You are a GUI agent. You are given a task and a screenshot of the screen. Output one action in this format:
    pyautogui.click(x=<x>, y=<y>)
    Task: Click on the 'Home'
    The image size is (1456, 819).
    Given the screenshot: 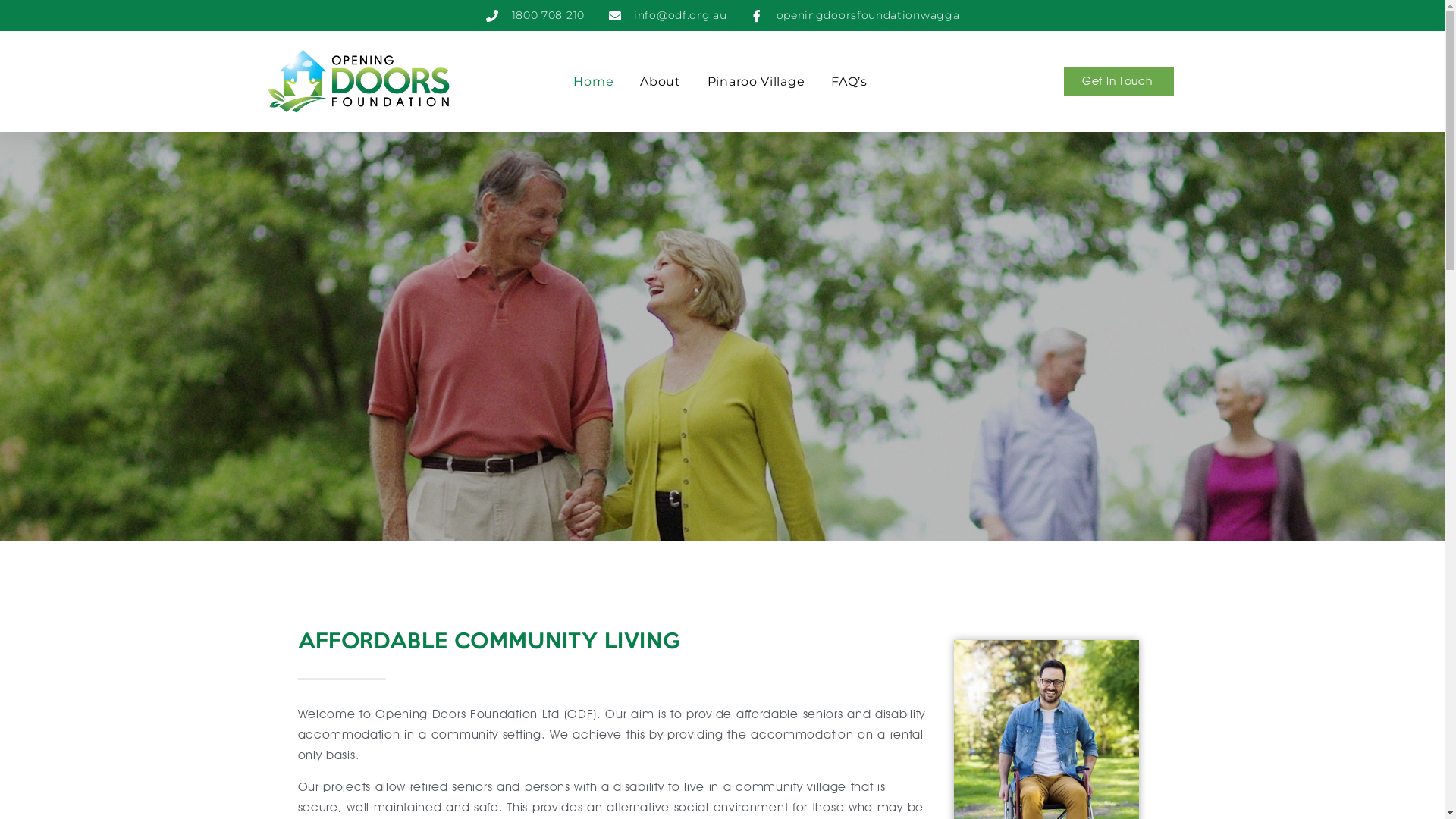 What is the action you would take?
    pyautogui.click(x=592, y=82)
    